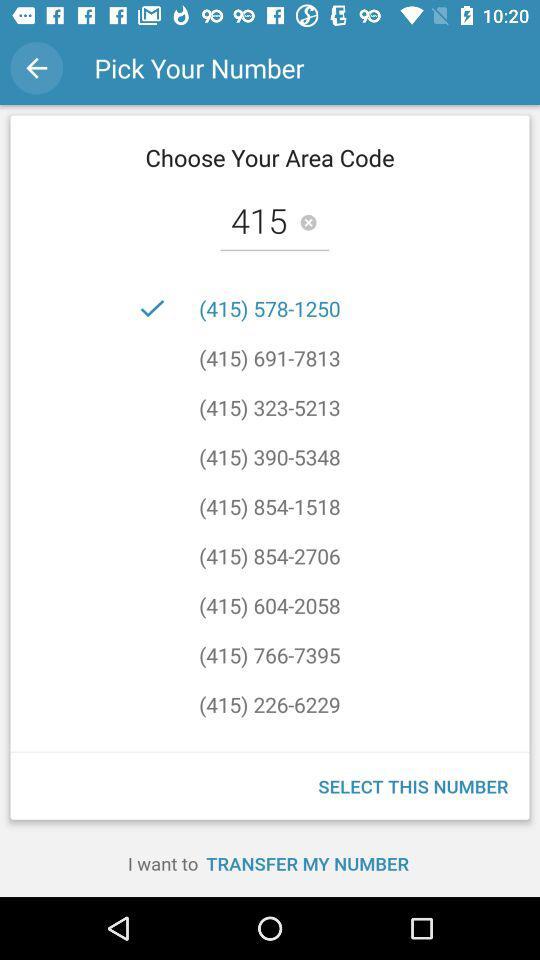  What do you see at coordinates (269, 308) in the screenshot?
I see `icon below the 415` at bounding box center [269, 308].